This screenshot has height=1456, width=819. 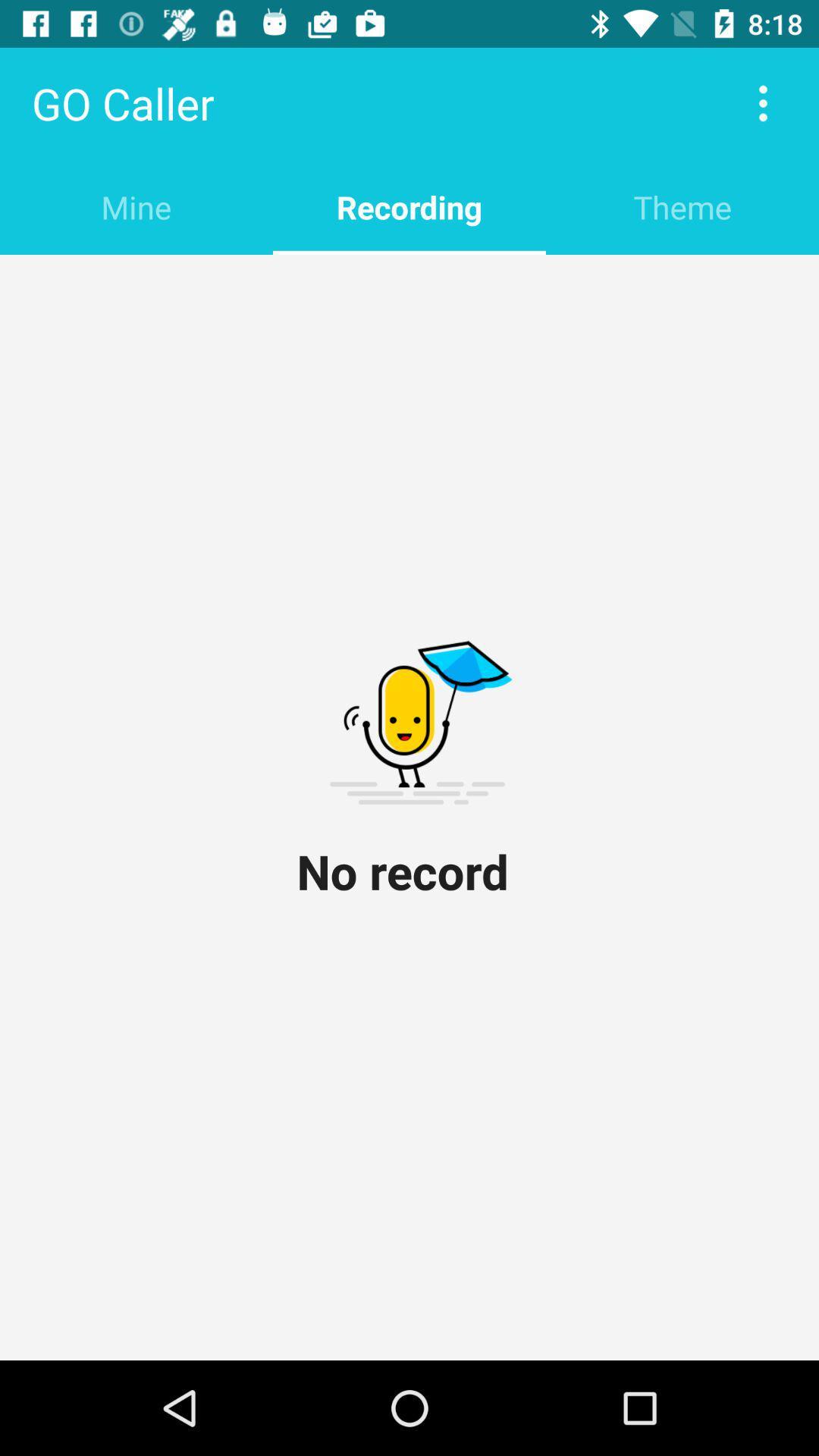 I want to click on more options, so click(x=763, y=102).